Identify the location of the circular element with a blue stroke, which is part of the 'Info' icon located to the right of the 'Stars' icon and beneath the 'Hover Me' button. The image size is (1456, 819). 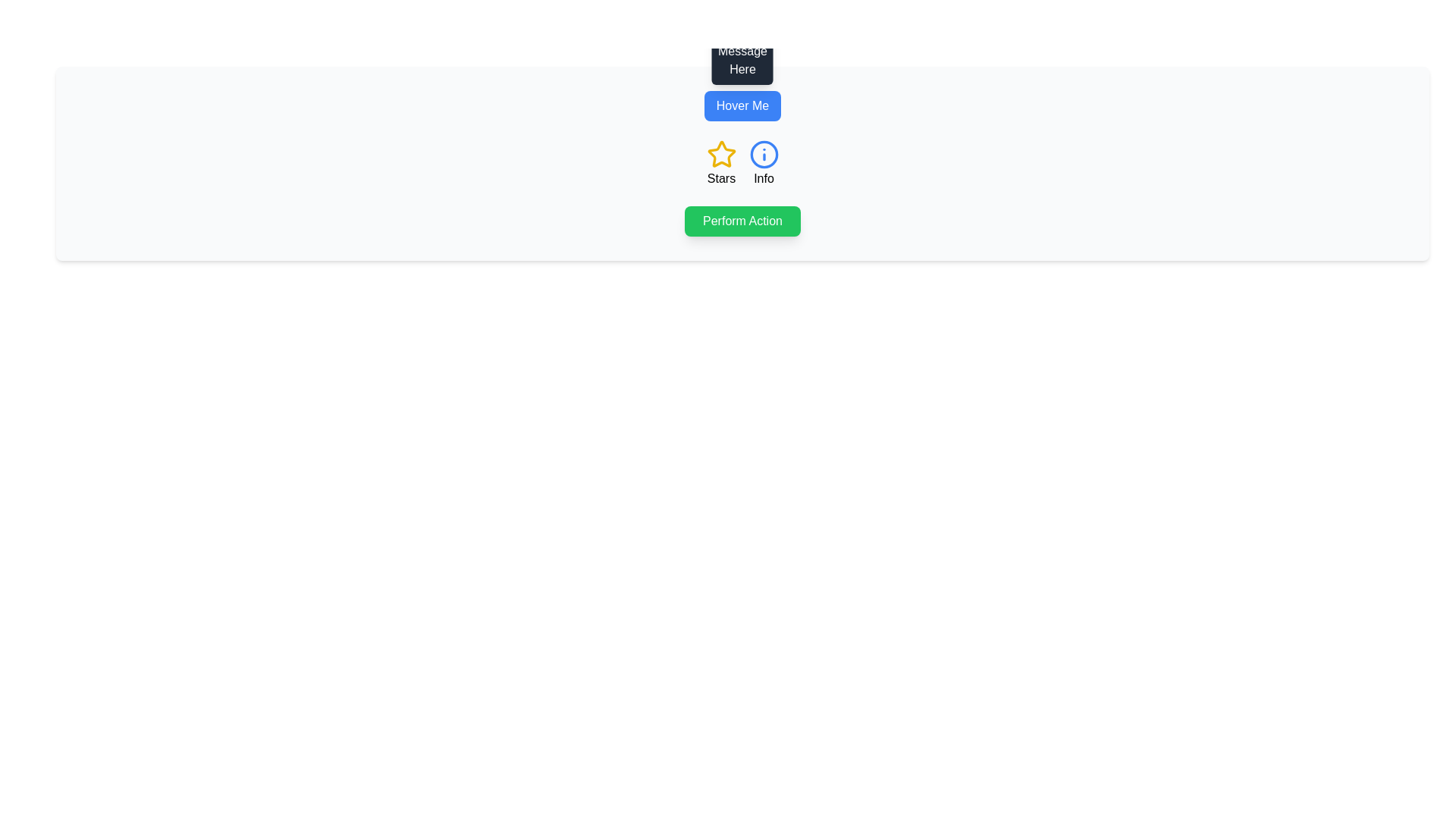
(764, 155).